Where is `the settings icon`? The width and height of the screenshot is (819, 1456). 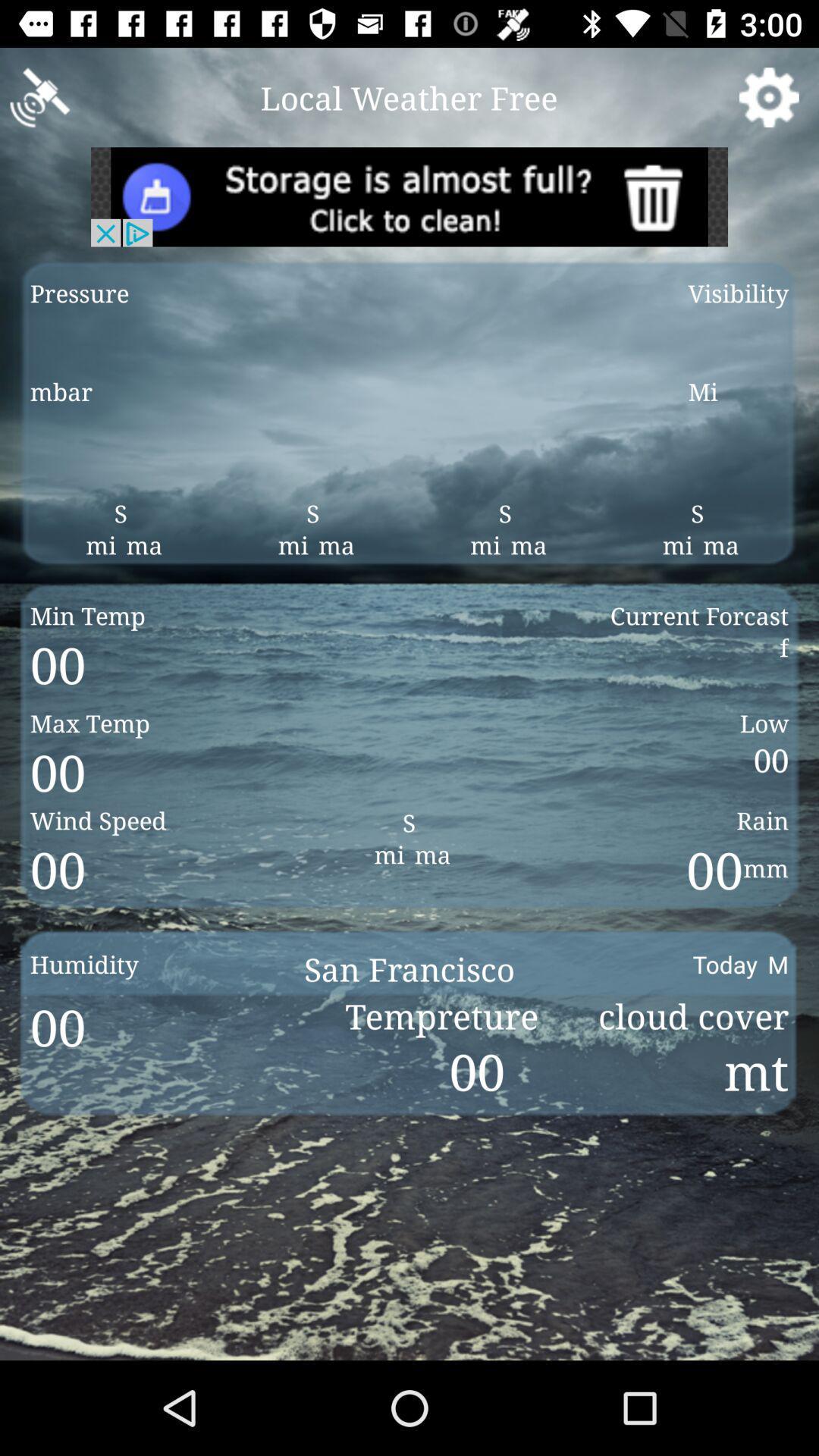
the settings icon is located at coordinates (769, 96).